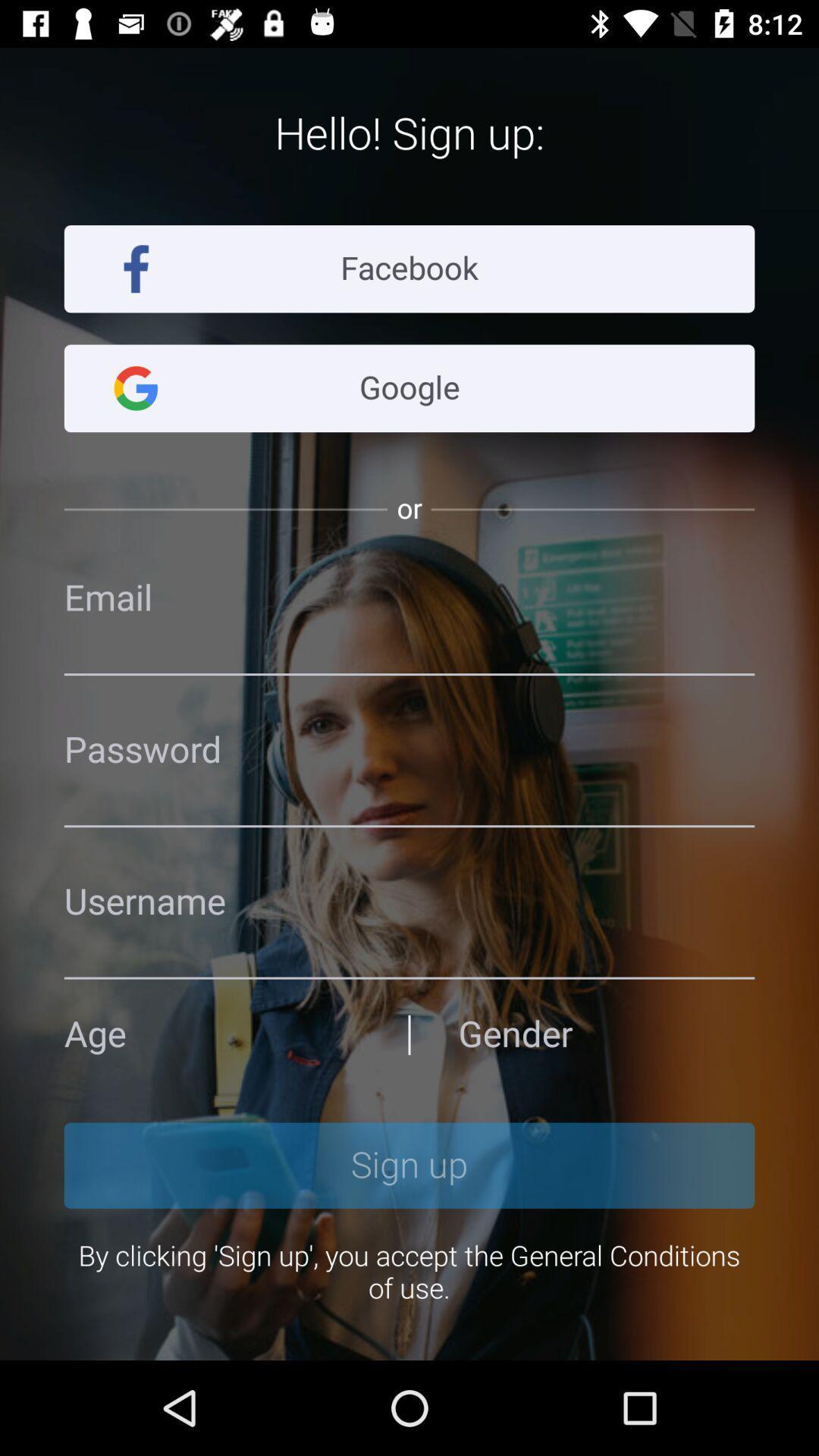 The width and height of the screenshot is (819, 1456). What do you see at coordinates (409, 750) in the screenshot?
I see `address page` at bounding box center [409, 750].